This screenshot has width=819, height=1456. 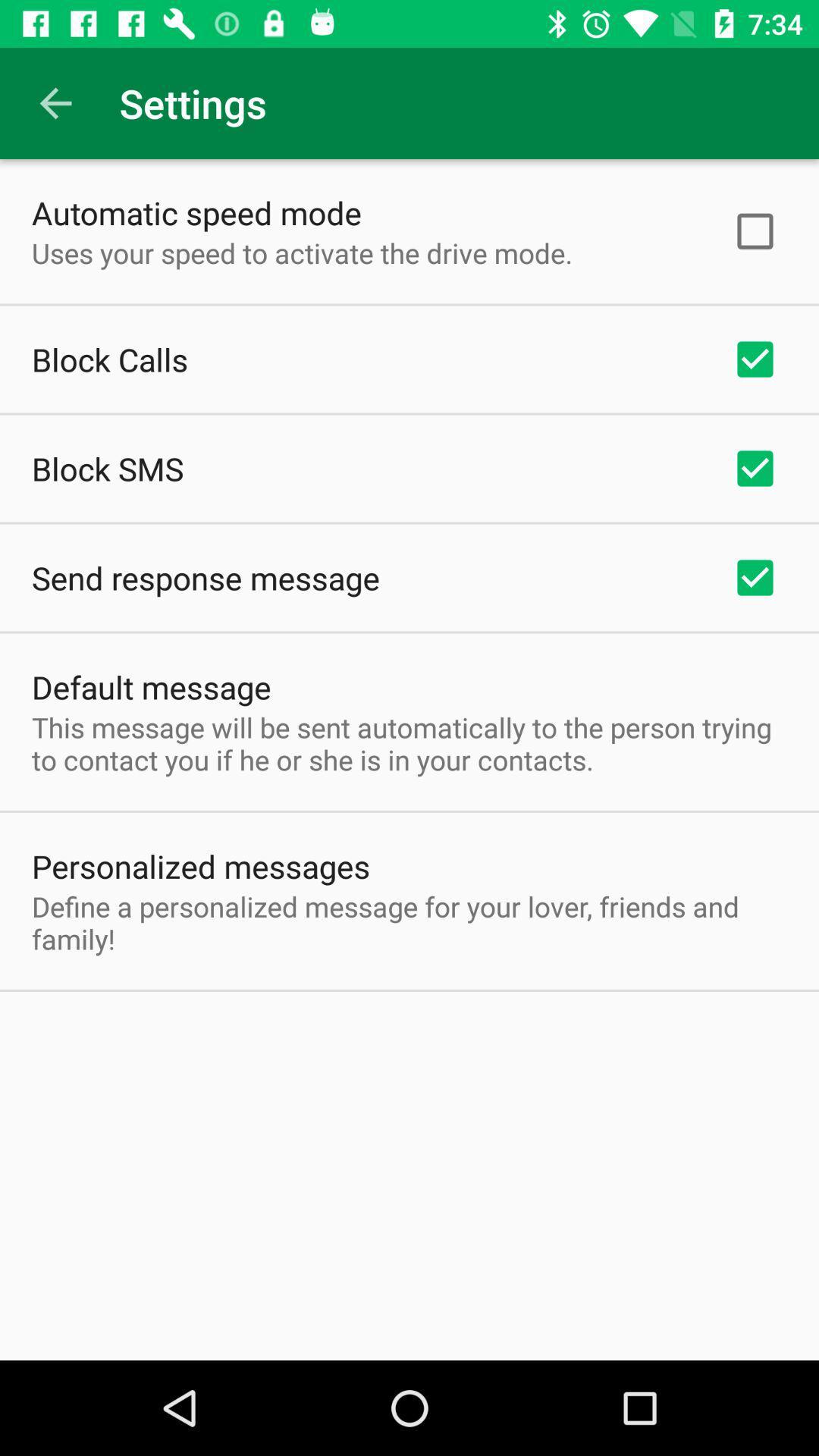 I want to click on item to the left of the settings app, so click(x=55, y=102).